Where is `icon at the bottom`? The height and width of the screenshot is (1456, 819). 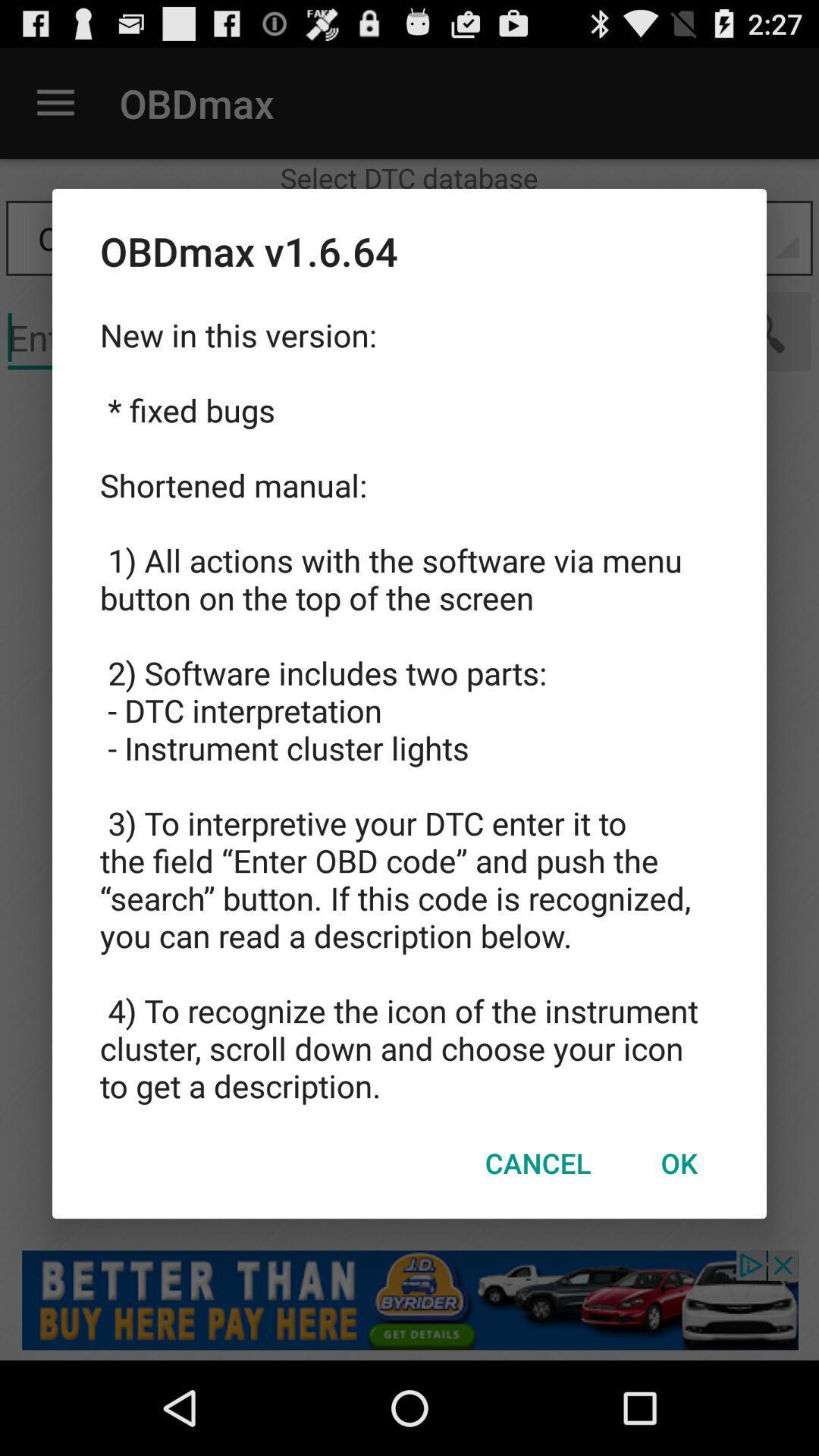 icon at the bottom is located at coordinates (537, 1162).